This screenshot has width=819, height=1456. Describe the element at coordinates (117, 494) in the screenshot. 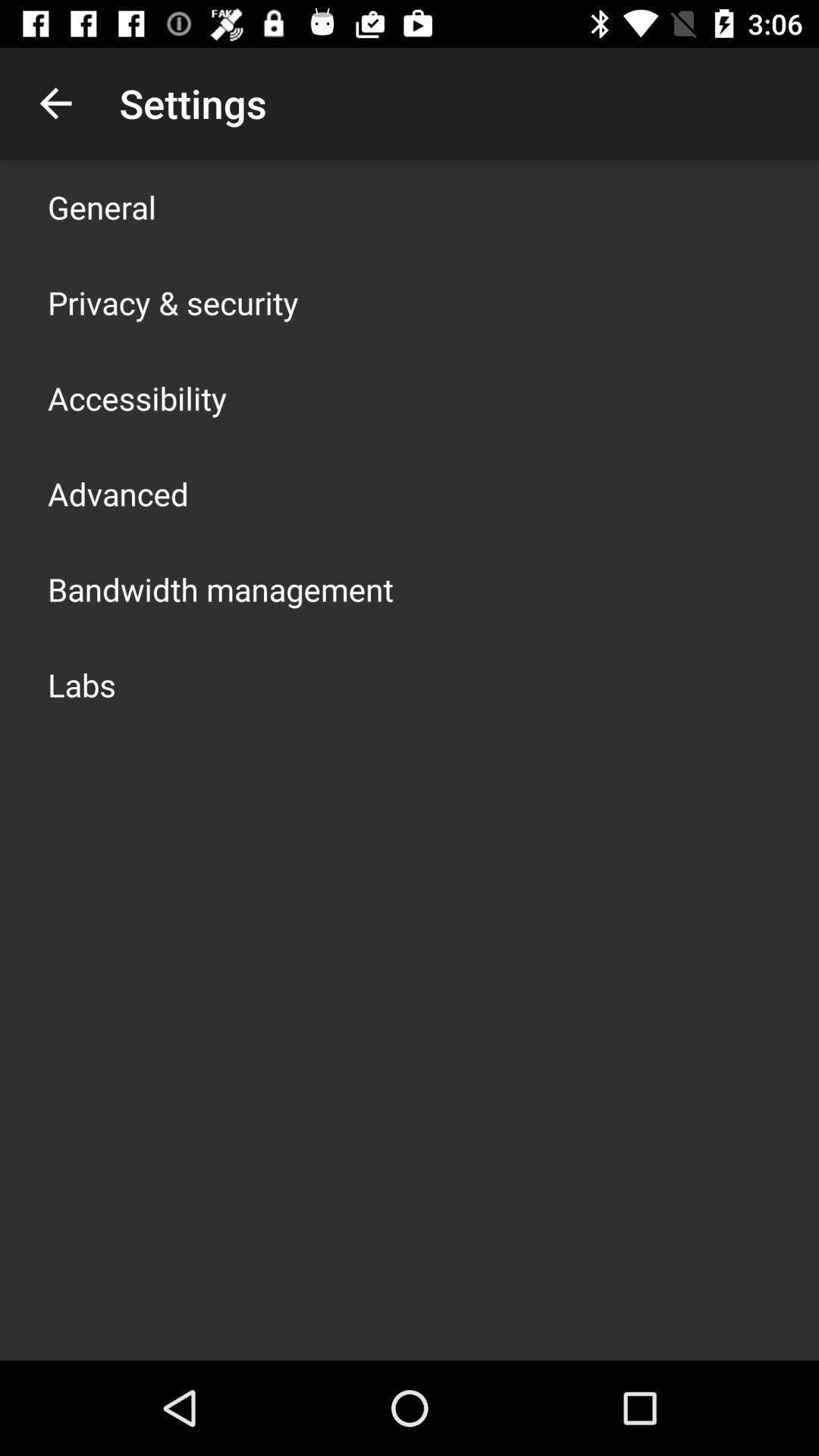

I see `advanced` at that location.